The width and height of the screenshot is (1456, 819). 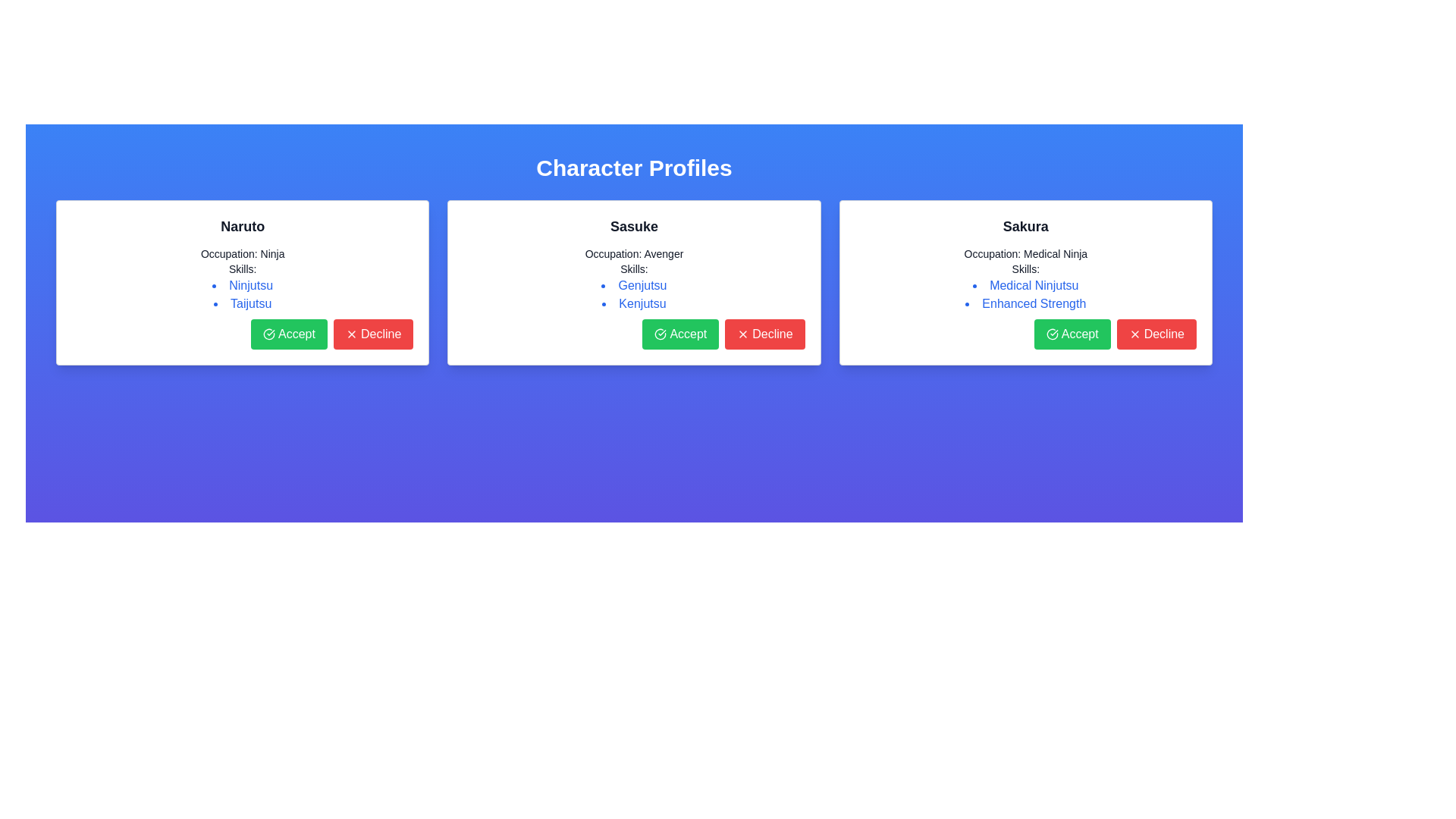 I want to click on the text 'Medical Ninjutsu' in blue font which is the first item in the bulleted list under the 'Skills' section of Sakura's character card, so click(x=1025, y=286).